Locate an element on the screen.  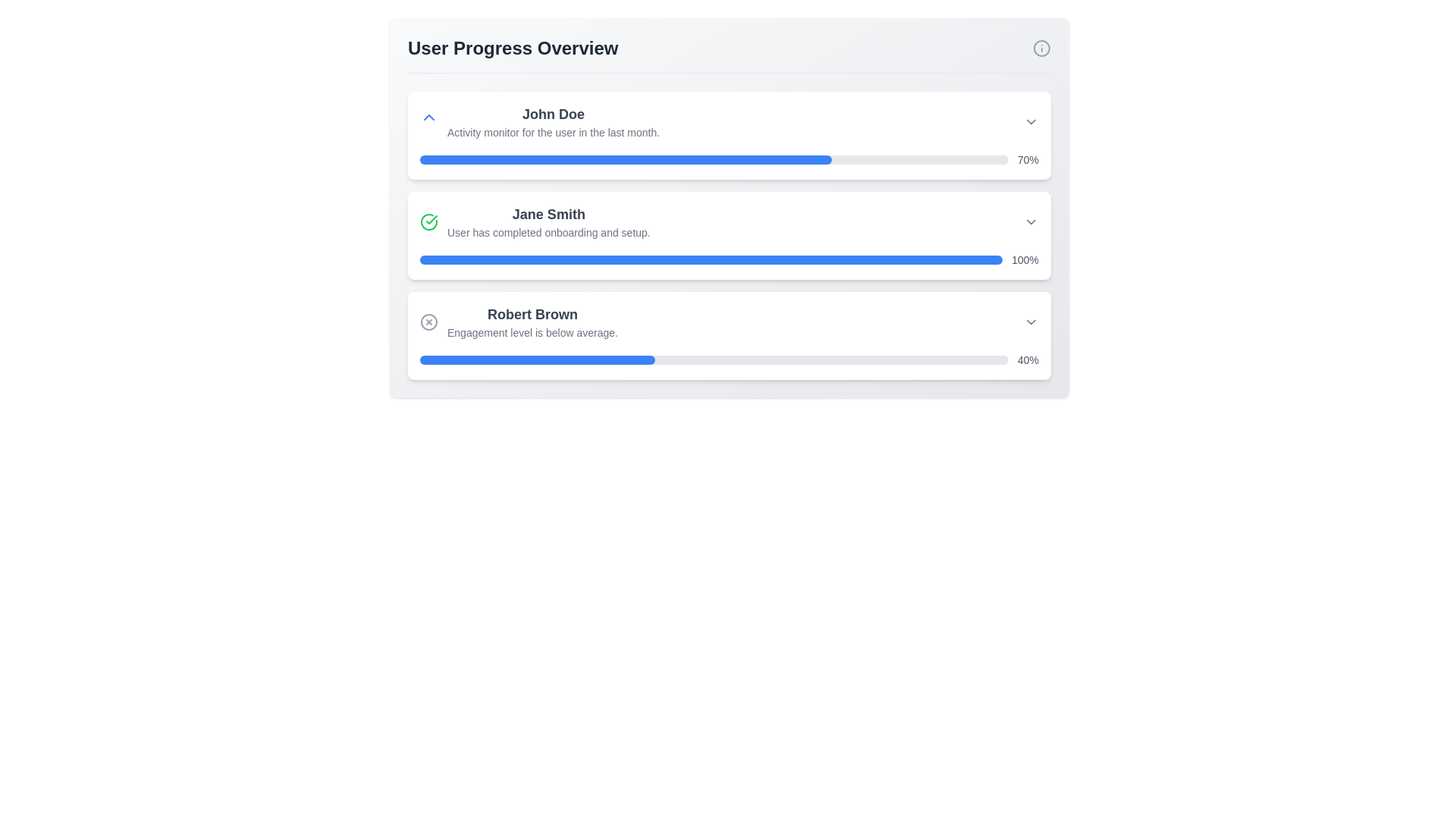
the text component displaying the name 'Robert Brown', which is centrally located above a subtitle indicating engagement status is located at coordinates (532, 314).